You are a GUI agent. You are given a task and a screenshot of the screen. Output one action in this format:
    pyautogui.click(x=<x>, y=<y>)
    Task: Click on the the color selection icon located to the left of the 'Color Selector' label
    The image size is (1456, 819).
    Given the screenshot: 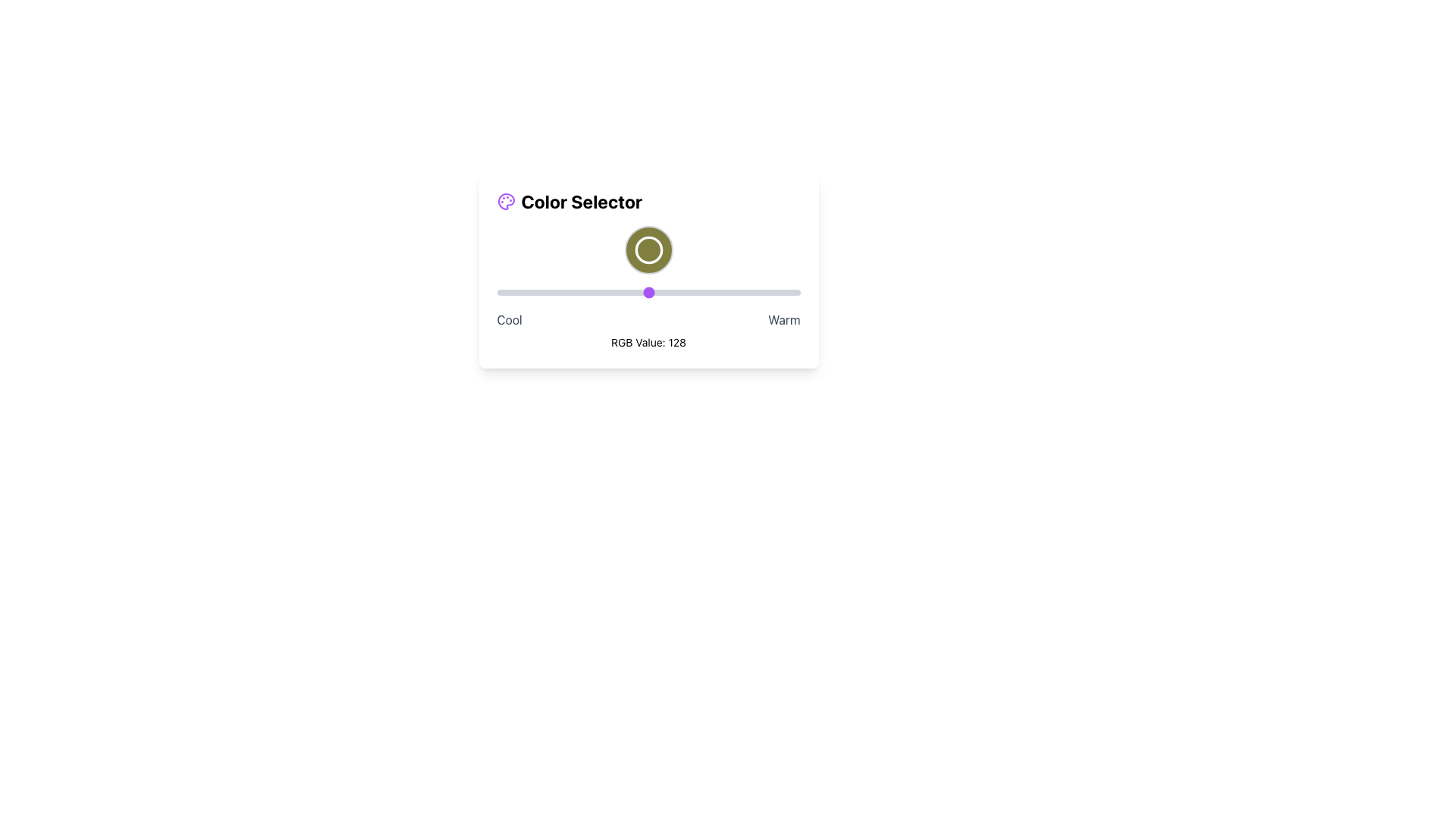 What is the action you would take?
    pyautogui.click(x=506, y=201)
    